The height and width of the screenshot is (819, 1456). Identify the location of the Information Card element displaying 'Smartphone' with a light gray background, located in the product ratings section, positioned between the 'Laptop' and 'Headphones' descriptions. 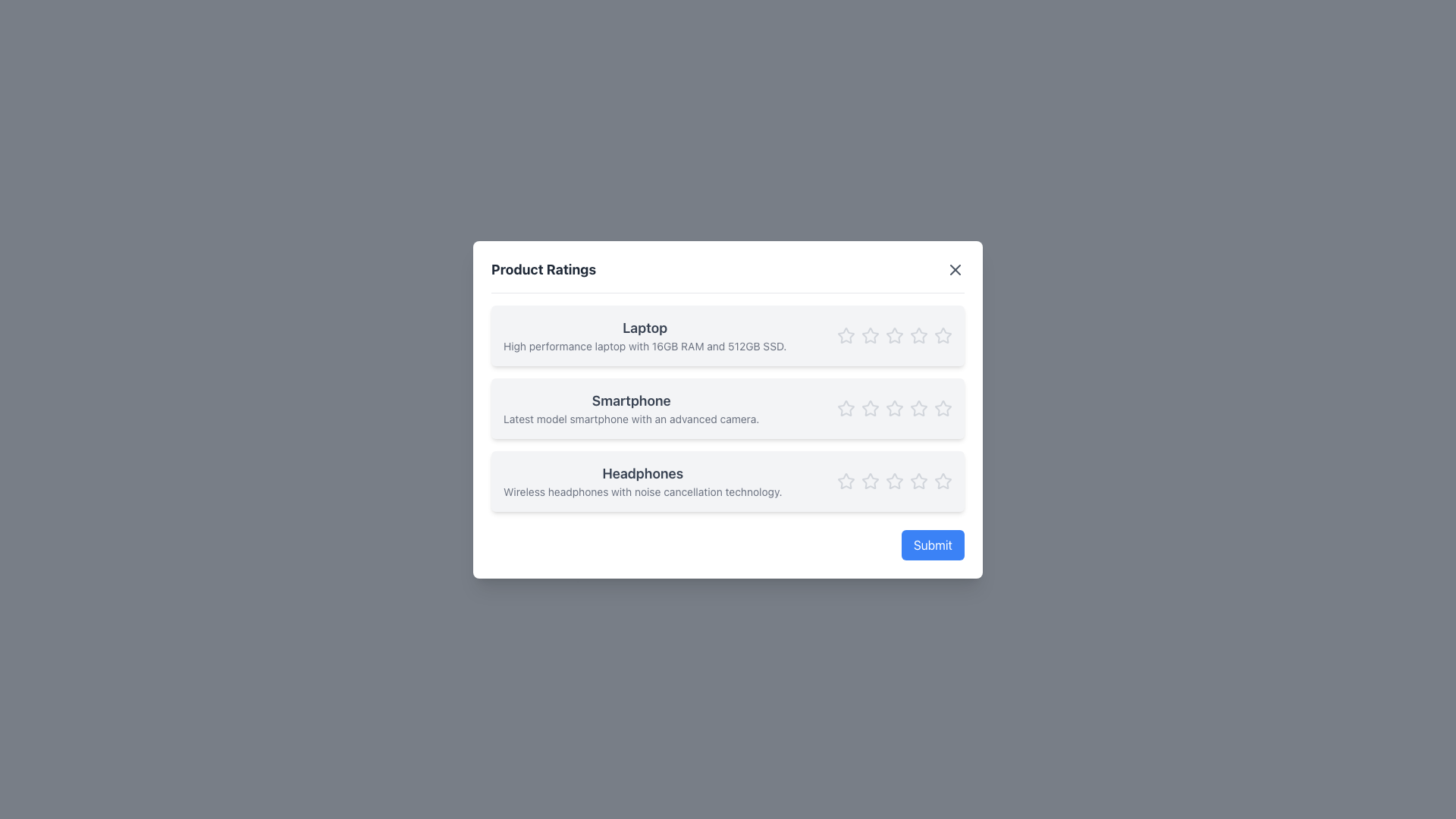
(728, 407).